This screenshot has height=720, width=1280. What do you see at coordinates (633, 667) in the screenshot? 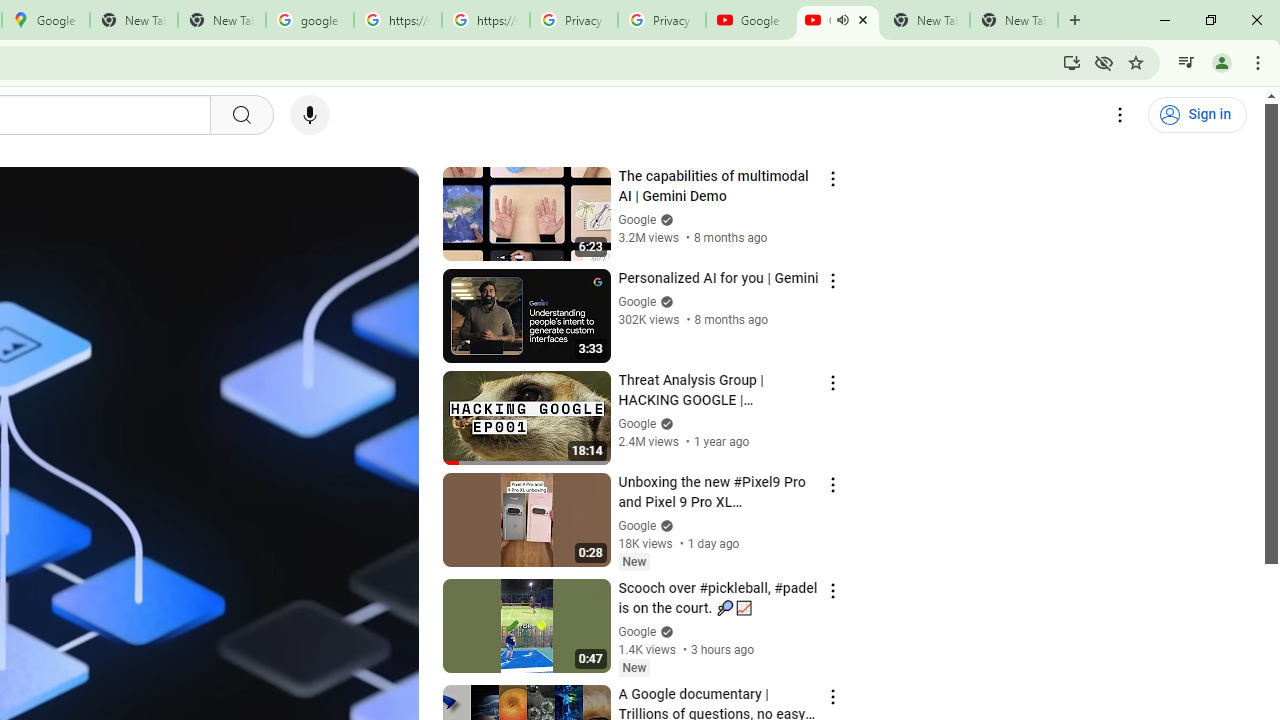
I see `'New'` at bounding box center [633, 667].